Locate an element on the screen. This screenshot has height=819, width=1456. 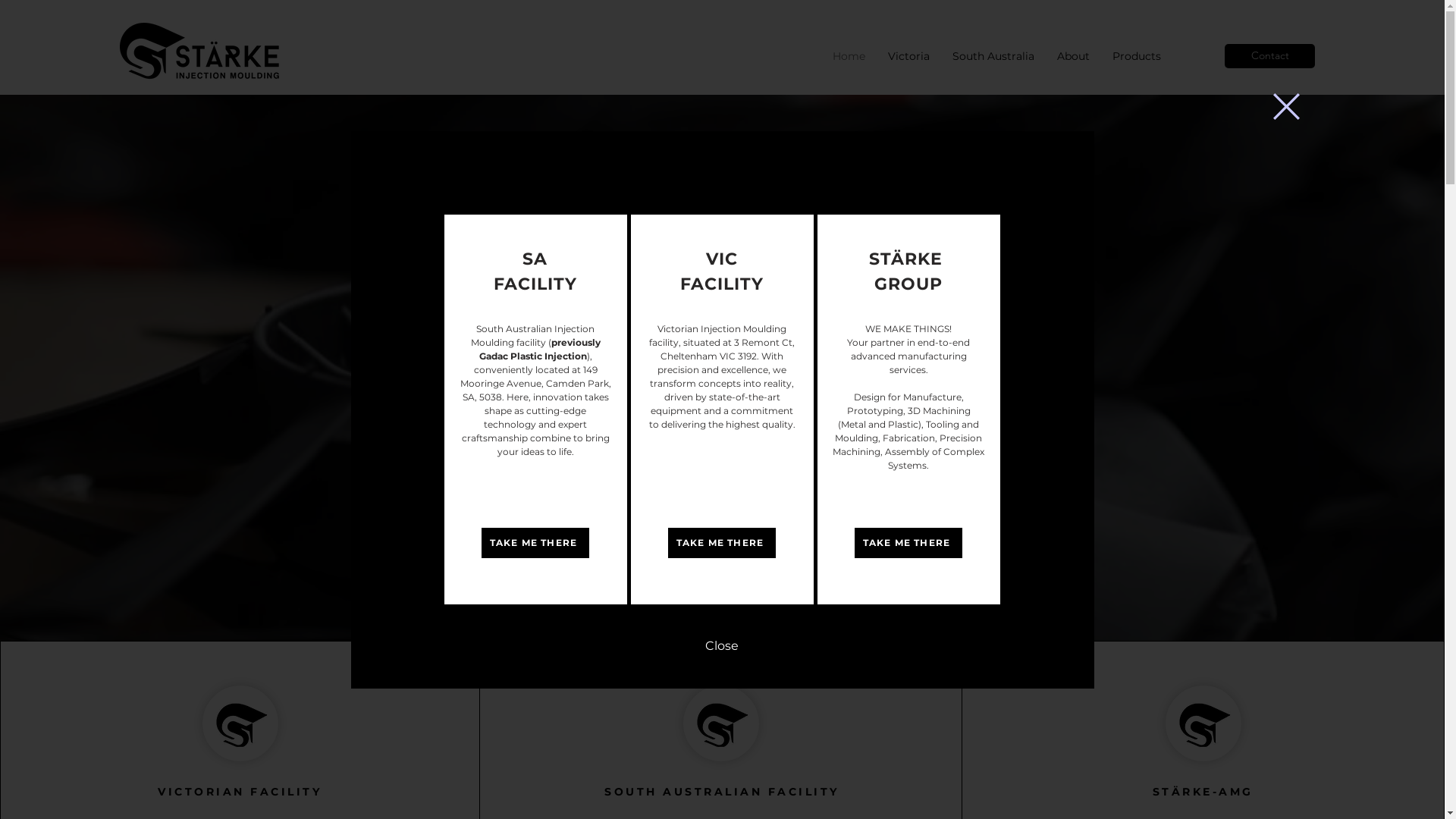
'About' is located at coordinates (1072, 55).